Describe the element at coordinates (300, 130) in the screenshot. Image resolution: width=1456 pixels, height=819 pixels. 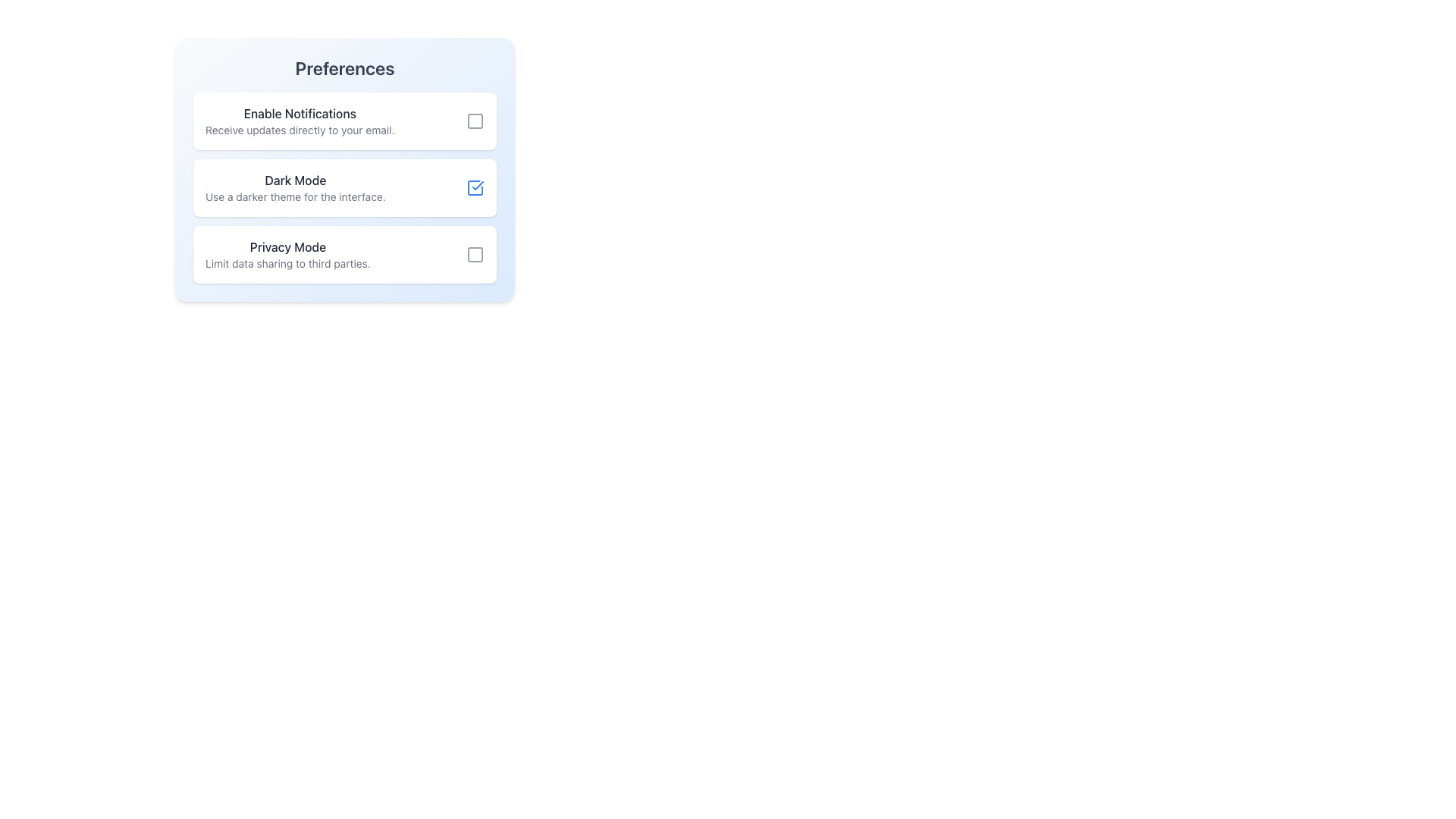
I see `the text label that says 'Receive updates directly to your email.', which is styled simply in gray and positioned below the 'Enable Notifications' label` at that location.